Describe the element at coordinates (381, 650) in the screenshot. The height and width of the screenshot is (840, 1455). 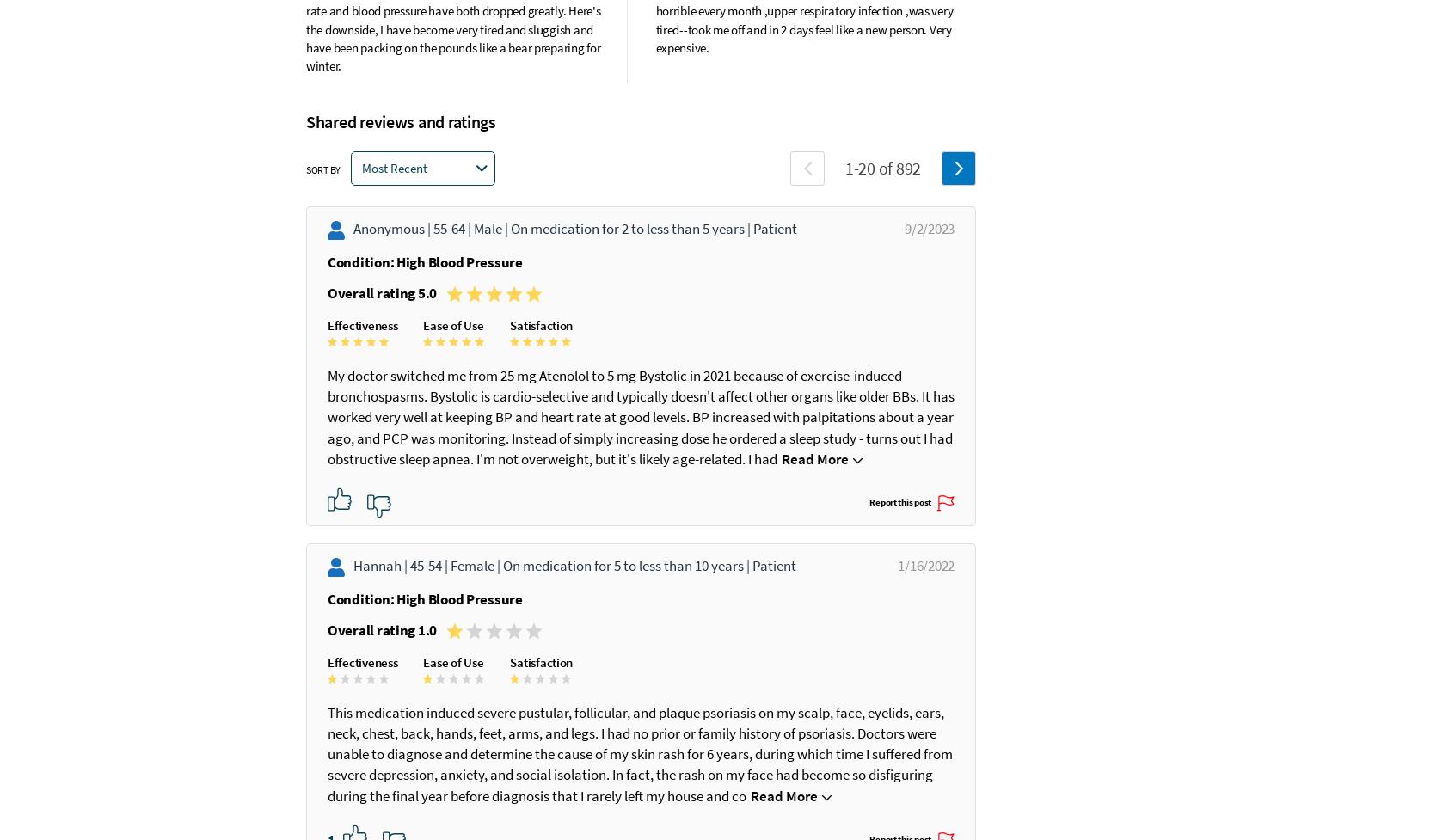
I see `'Overall rating 1.0'` at that location.